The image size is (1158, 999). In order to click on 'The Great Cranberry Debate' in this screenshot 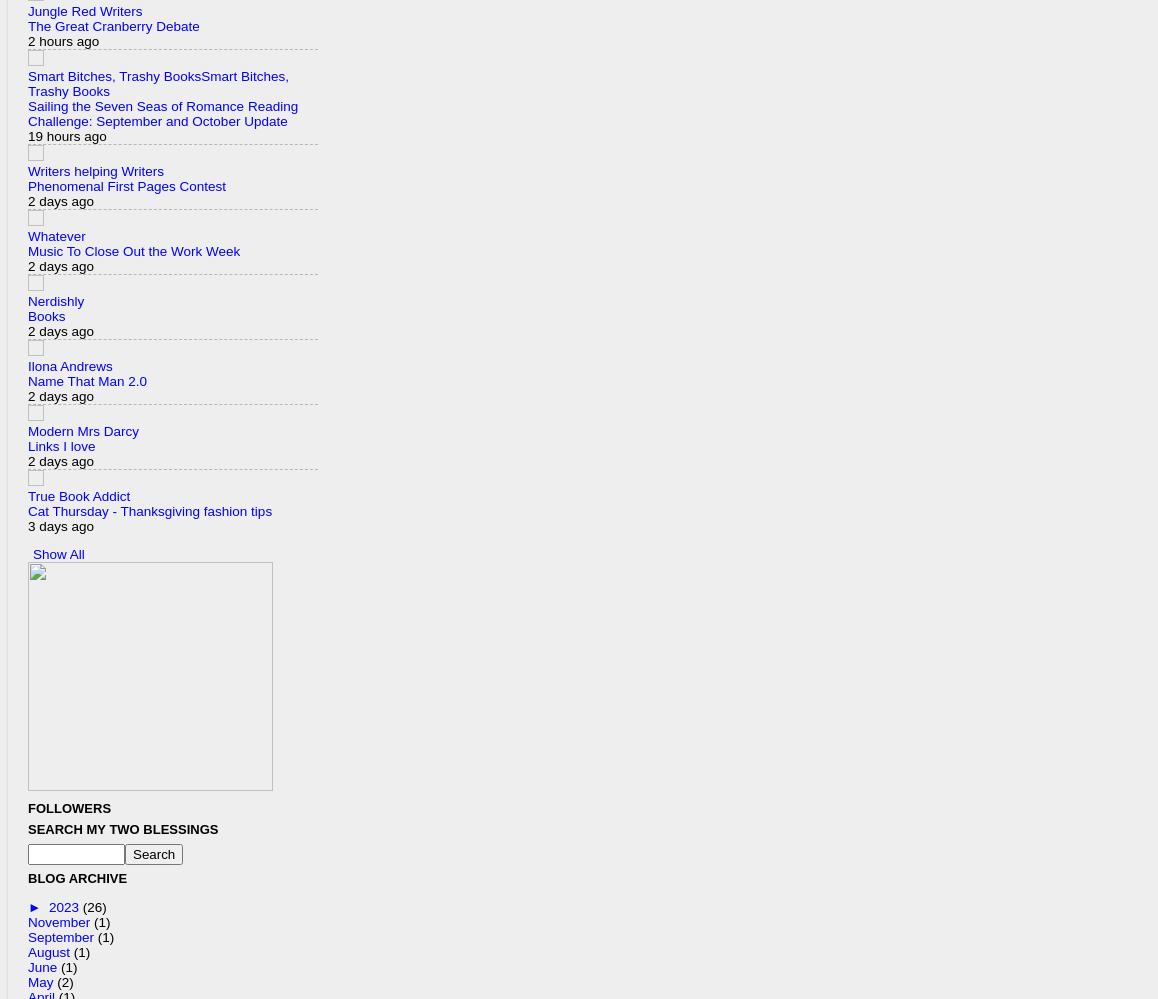, I will do `click(113, 25)`.